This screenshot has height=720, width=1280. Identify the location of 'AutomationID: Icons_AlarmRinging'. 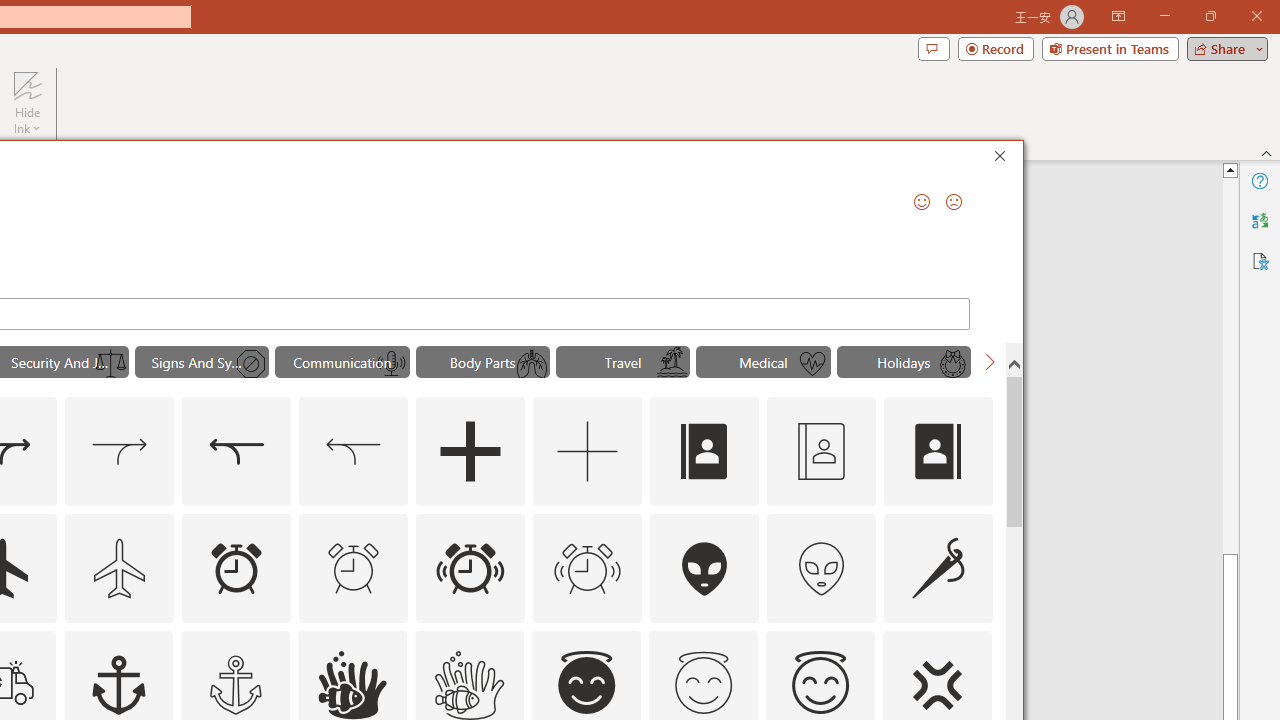
(470, 568).